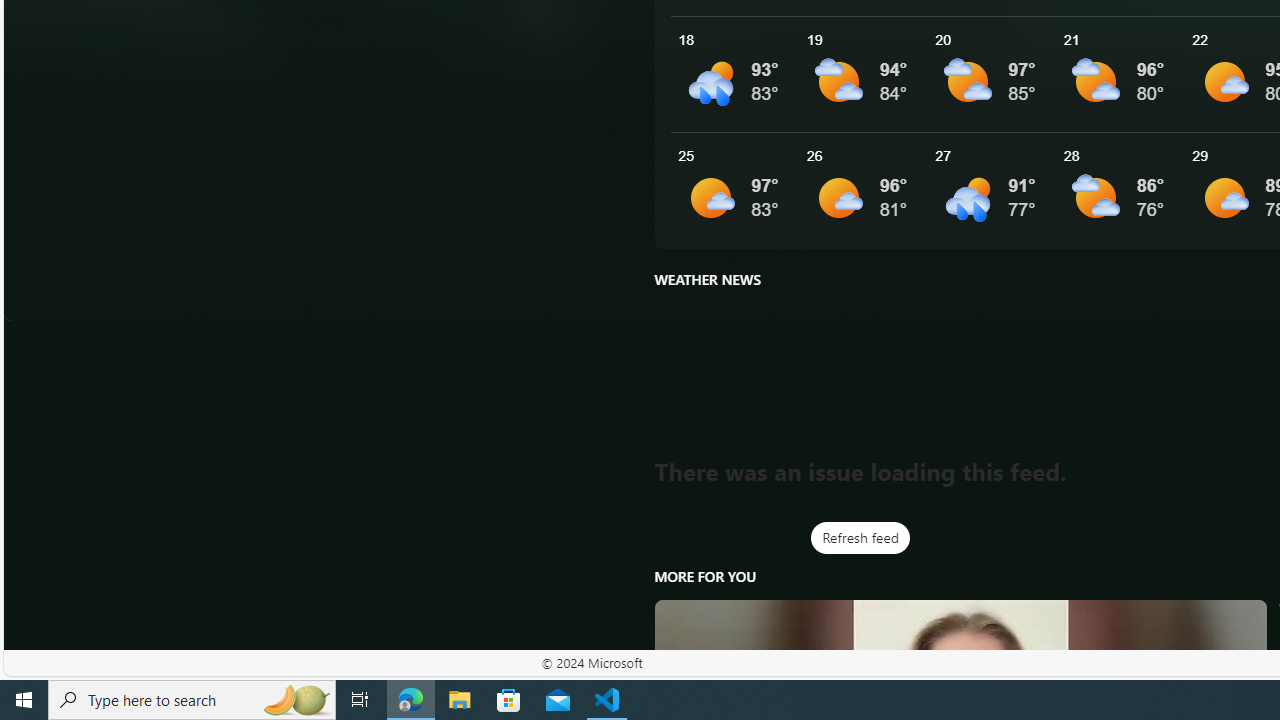 The height and width of the screenshot is (720, 1280). What do you see at coordinates (860, 537) in the screenshot?
I see `'Refresh feed'` at bounding box center [860, 537].